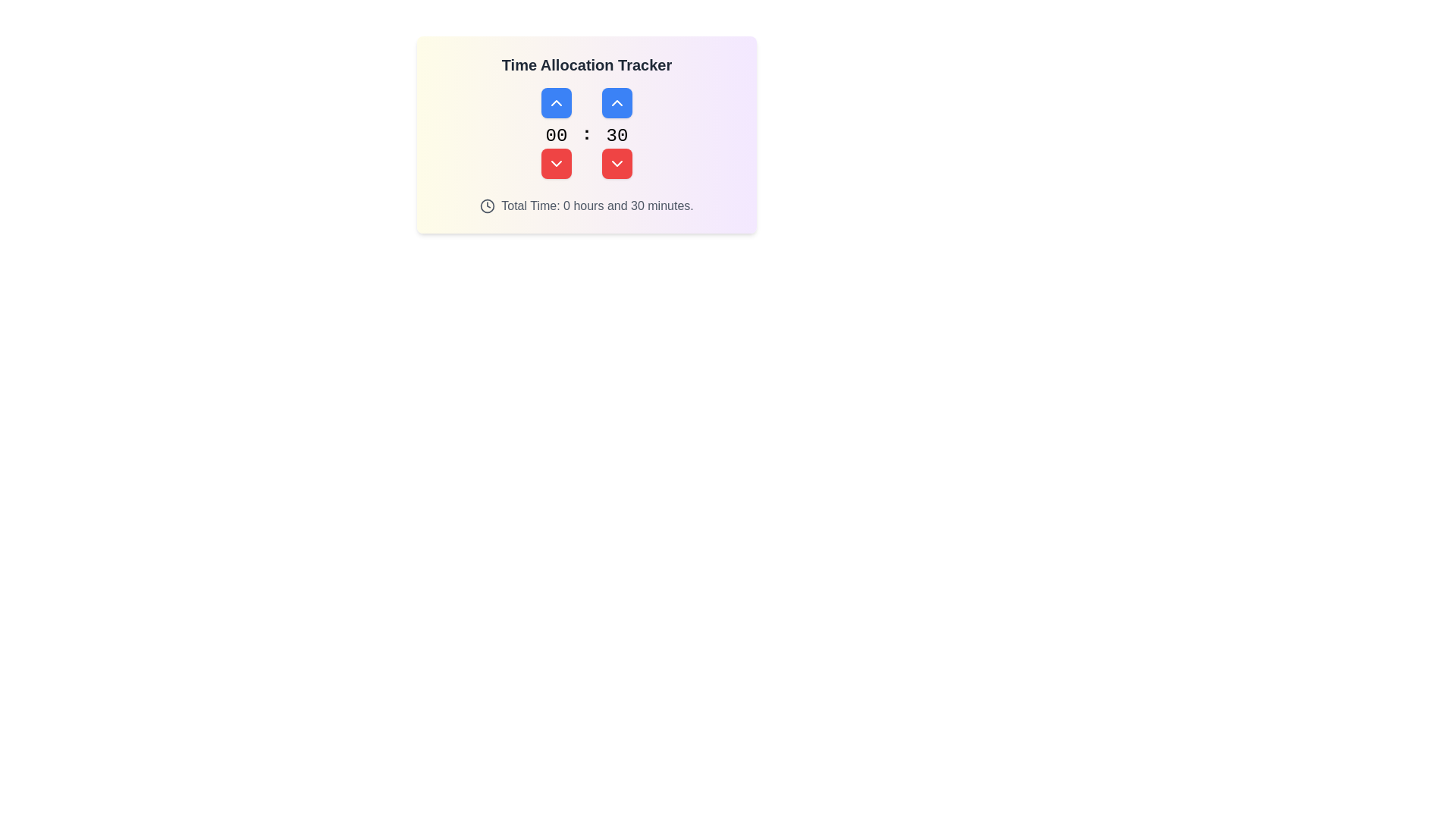  Describe the element at coordinates (585, 64) in the screenshot. I see `the prominent heading labeled 'Time Allocation Tracker' that is centrally aligned at the top of the time selection components box` at that location.